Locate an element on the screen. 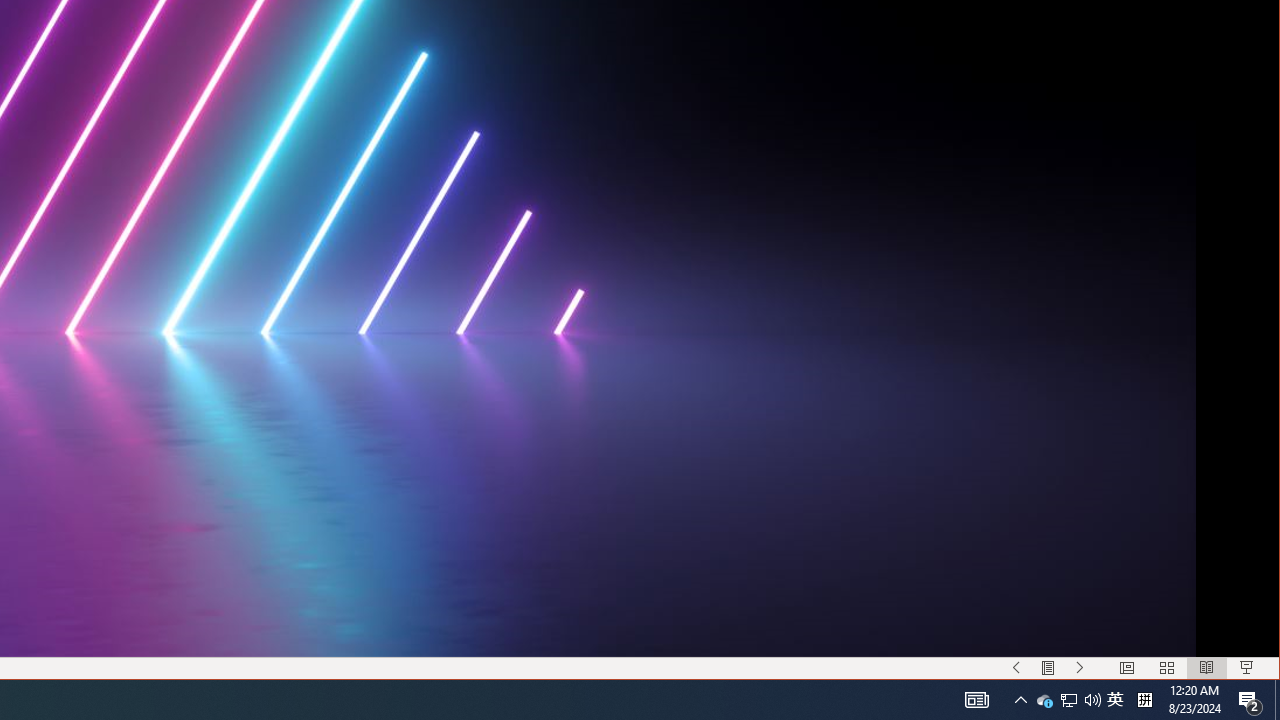 This screenshot has width=1280, height=720. 'AutomationID: 4105' is located at coordinates (977, 698).